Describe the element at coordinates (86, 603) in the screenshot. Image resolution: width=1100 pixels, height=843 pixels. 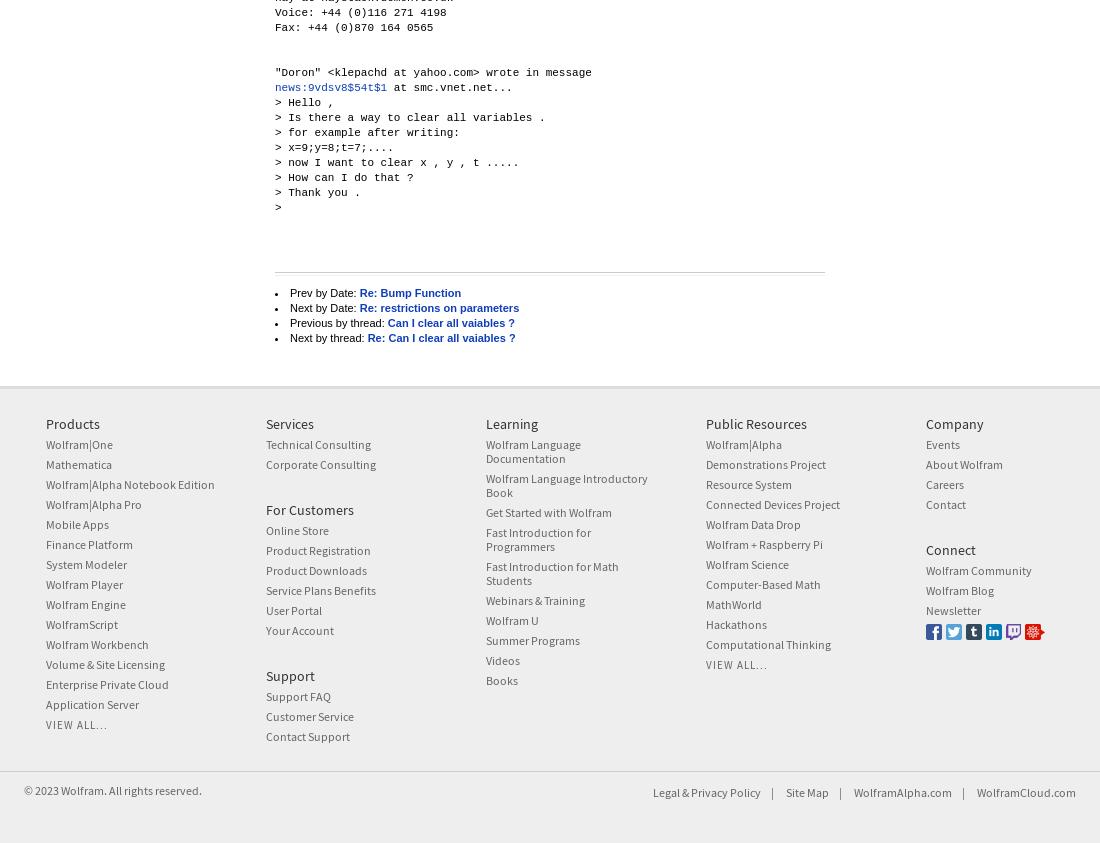
I see `'Wolfram Engine'` at that location.